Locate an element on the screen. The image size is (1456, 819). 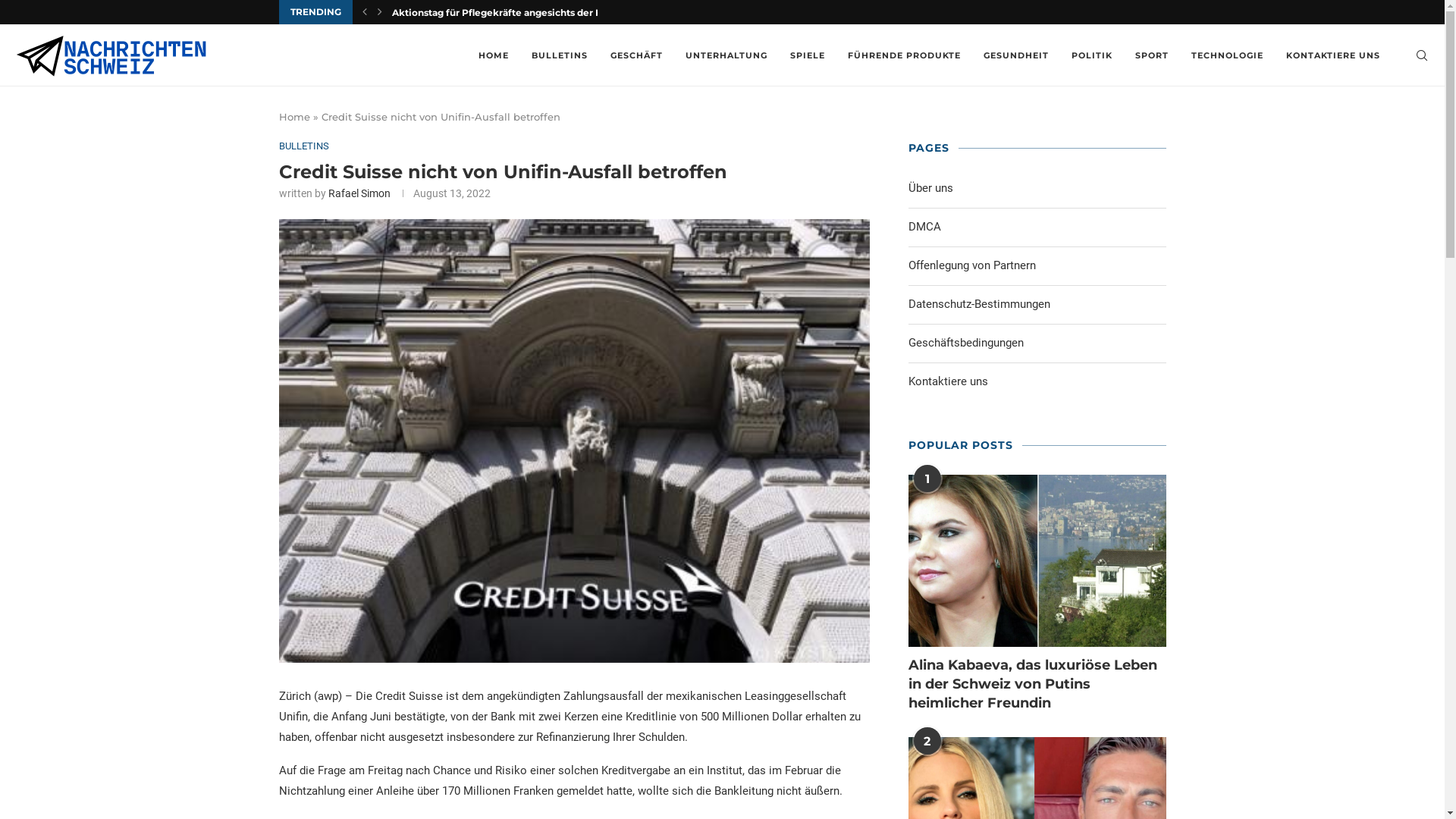
'POLITIK' is located at coordinates (1092, 55).